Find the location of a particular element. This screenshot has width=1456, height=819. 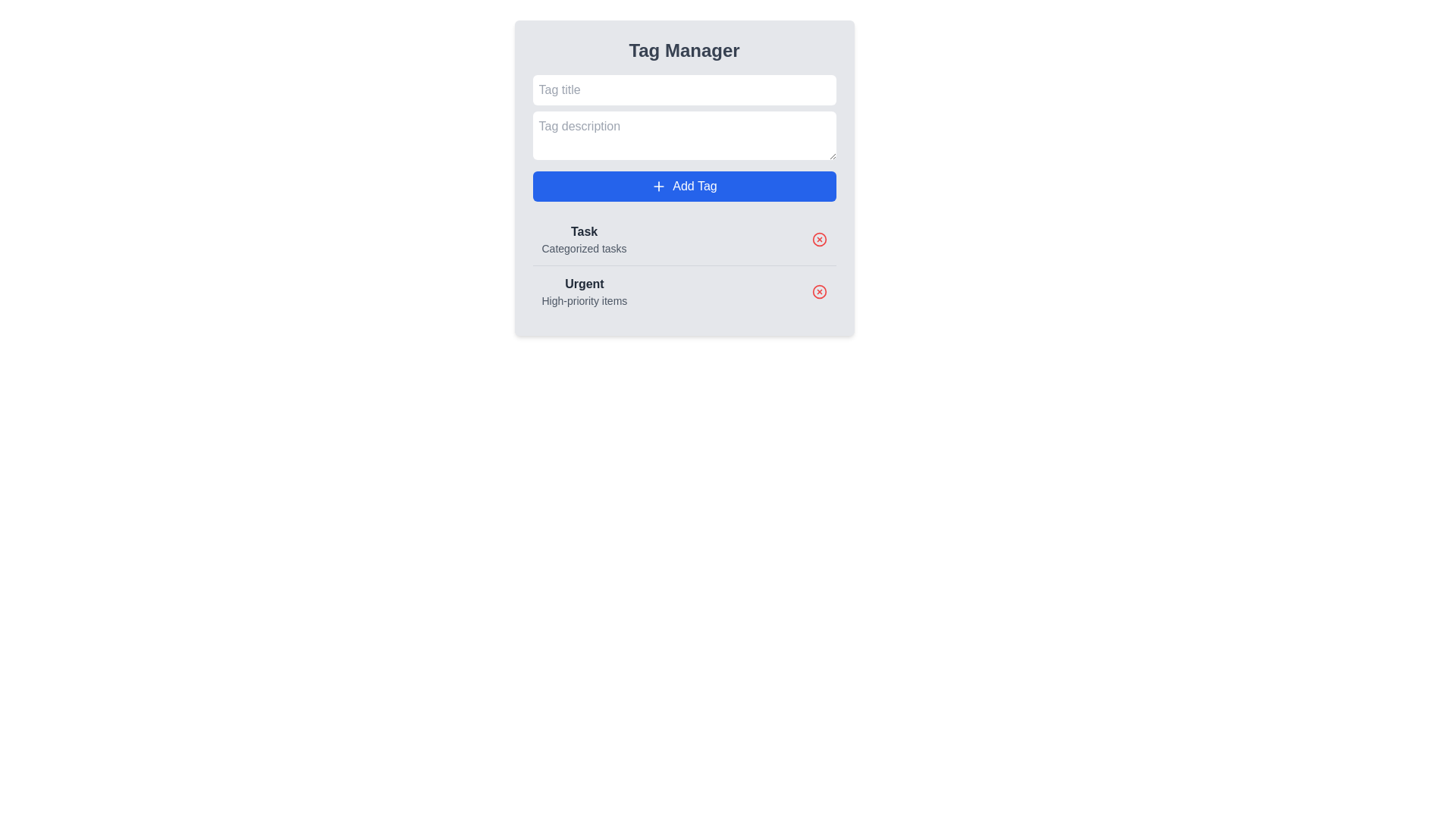

the delete button associated with the 'Urgent' tag in the 'Tag Manager' interface to potentially reveal a tooltip is located at coordinates (818, 292).